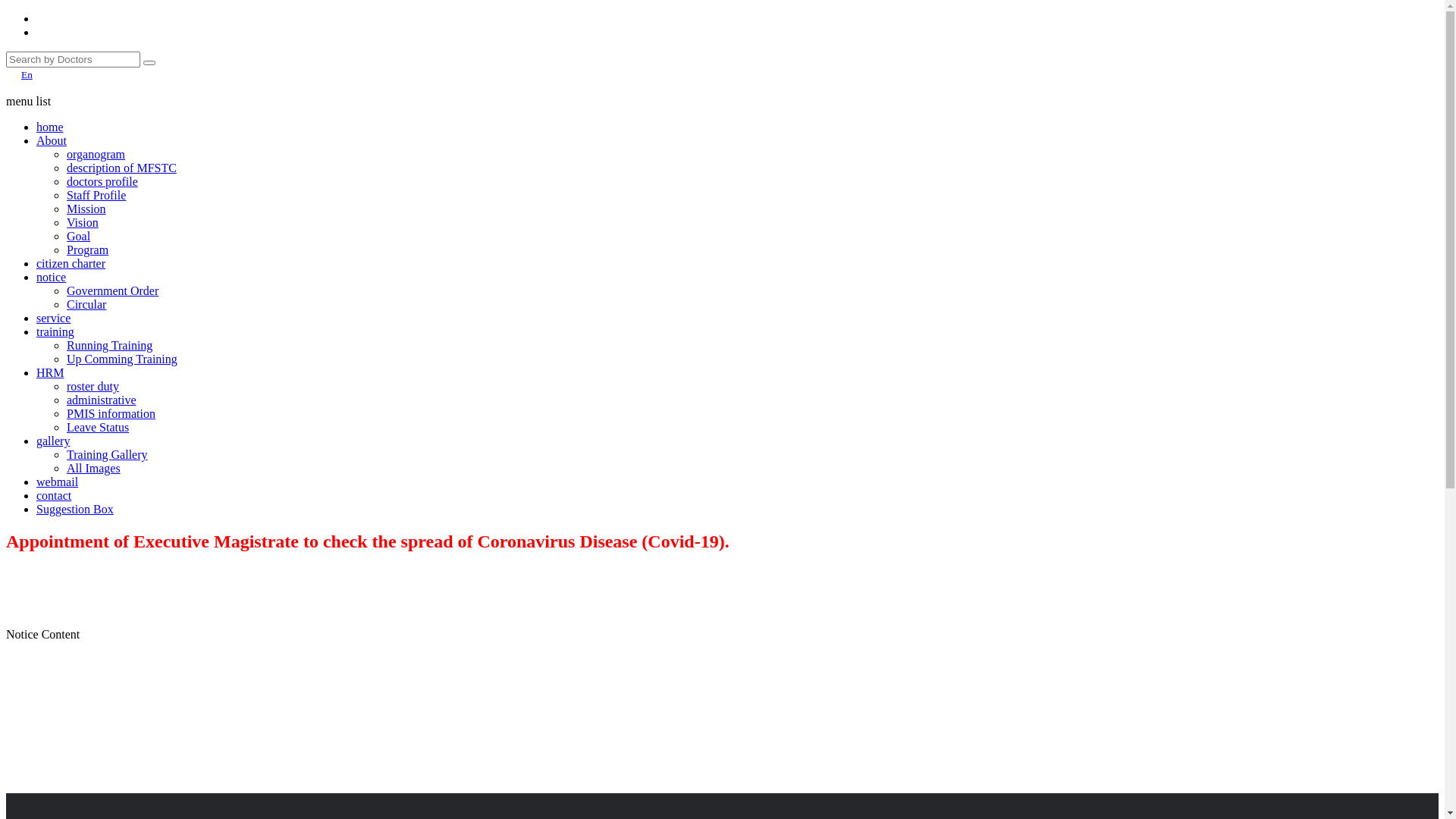 The height and width of the screenshot is (819, 1456). What do you see at coordinates (121, 168) in the screenshot?
I see `'description of MFSTC'` at bounding box center [121, 168].